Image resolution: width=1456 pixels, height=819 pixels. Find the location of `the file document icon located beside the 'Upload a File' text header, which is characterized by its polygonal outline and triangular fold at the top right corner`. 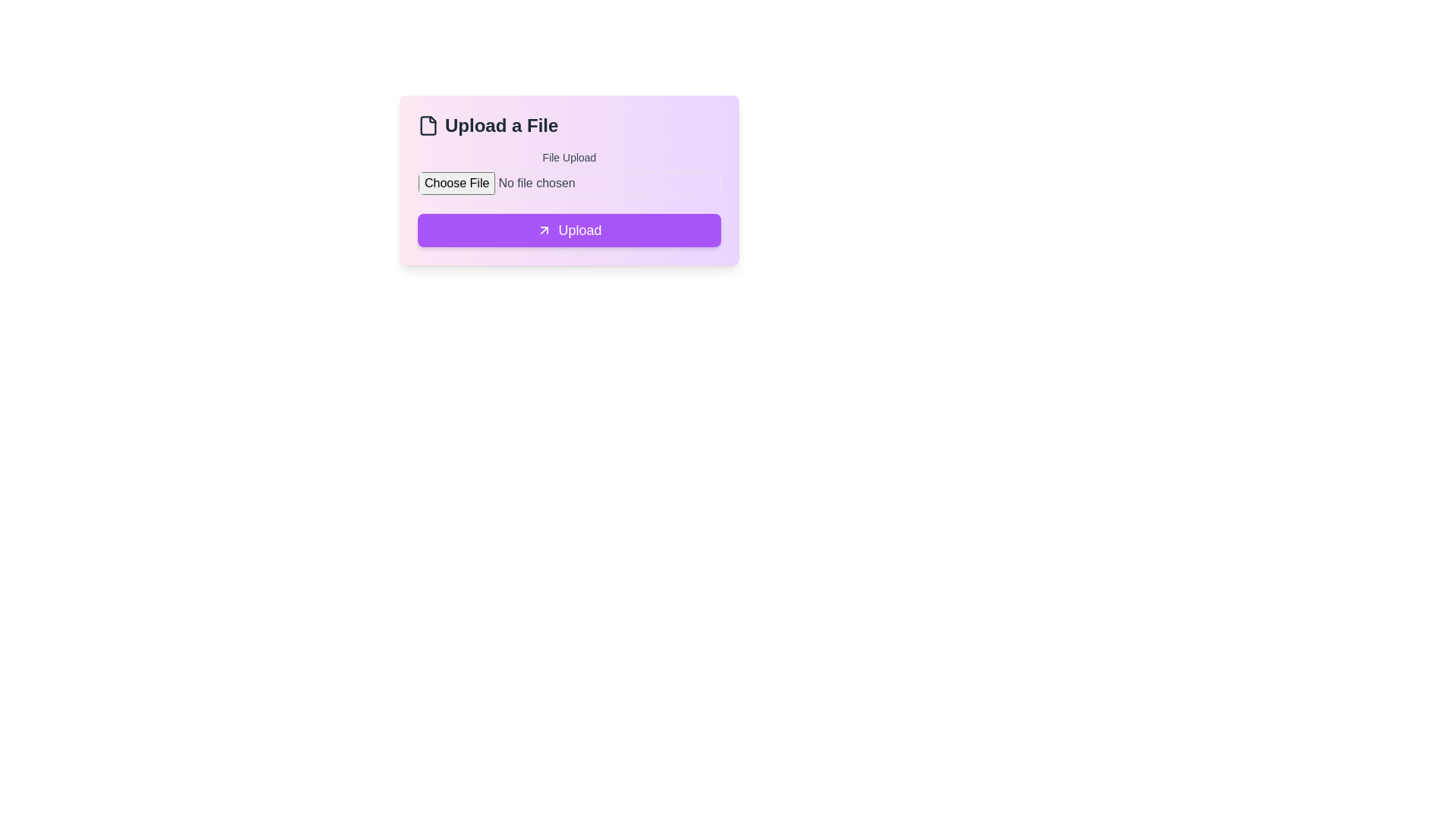

the file document icon located beside the 'Upload a File' text header, which is characterized by its polygonal outline and triangular fold at the top right corner is located at coordinates (428, 124).